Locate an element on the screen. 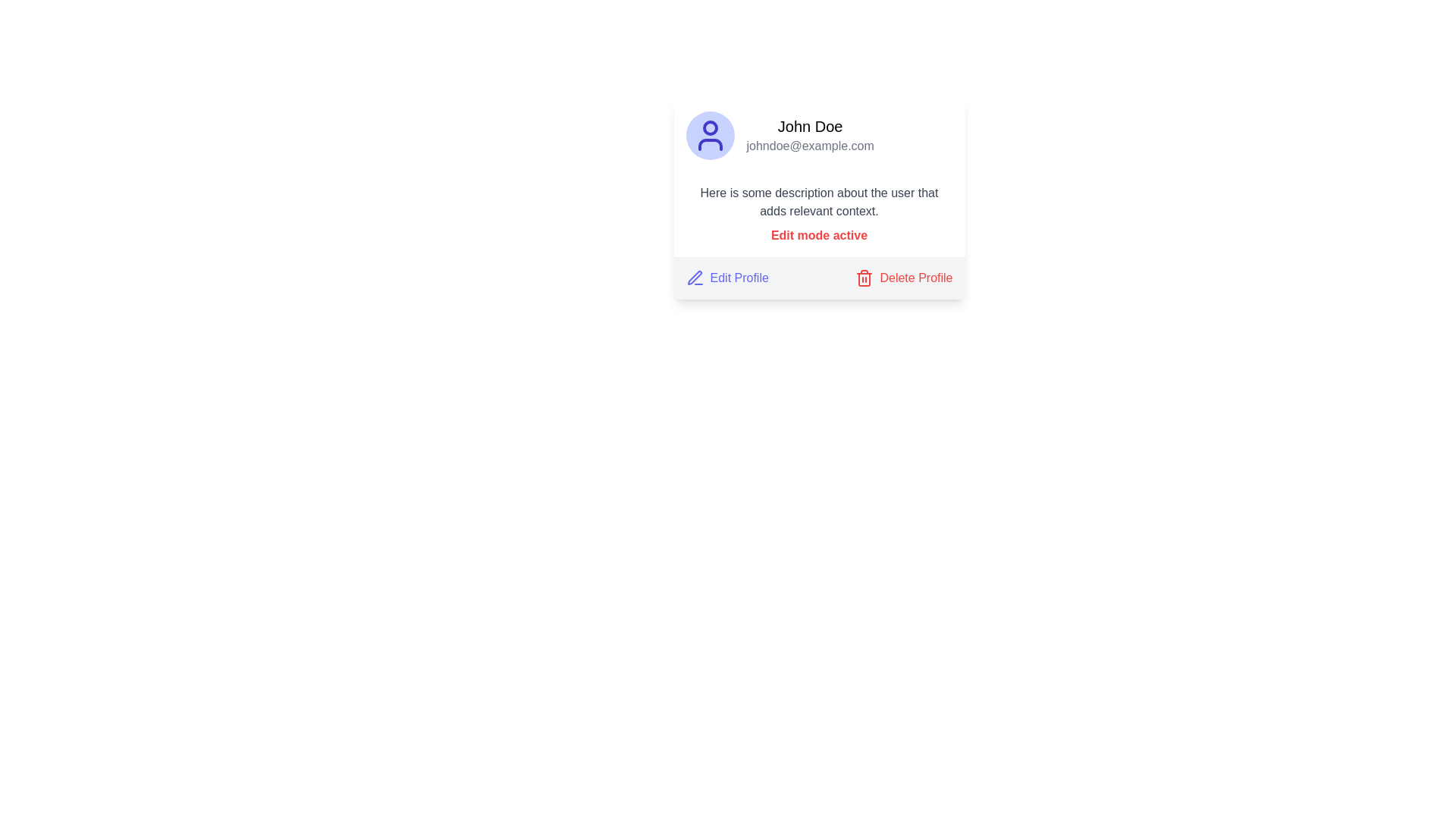  the text block that contains descriptive information about the user, which is located within the profile card structure, just below the user's name and email information is located at coordinates (818, 201).